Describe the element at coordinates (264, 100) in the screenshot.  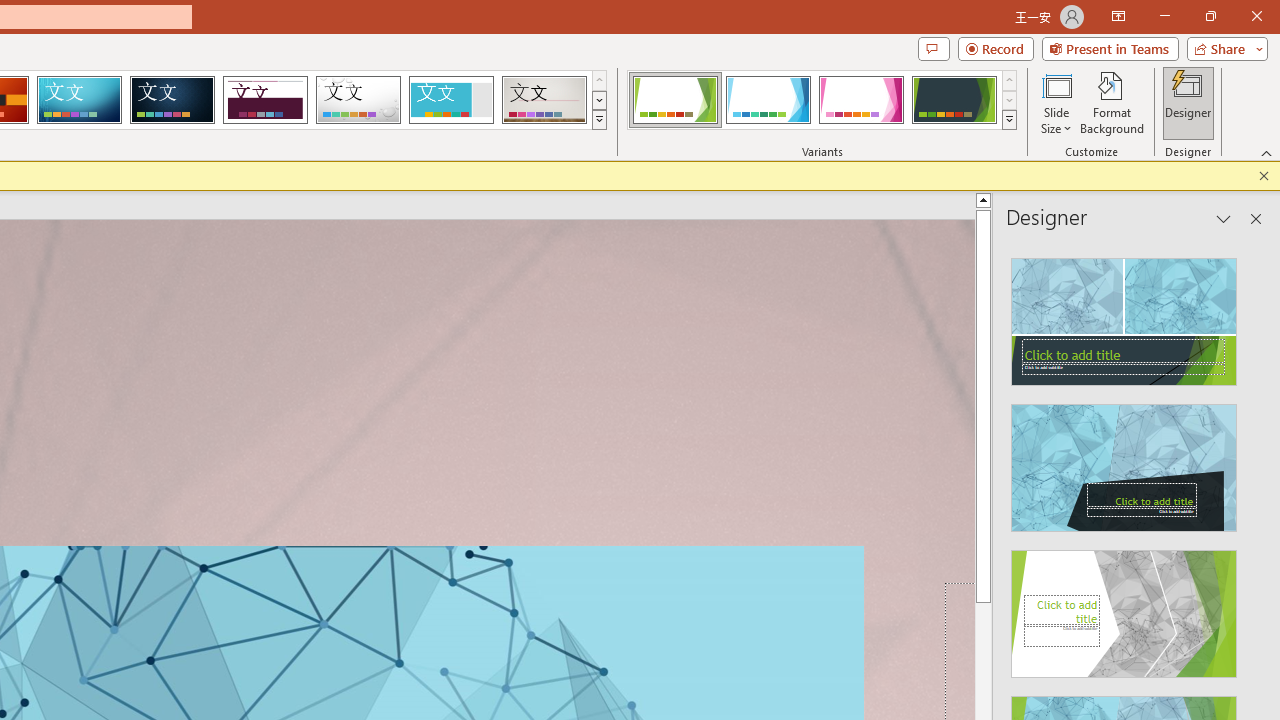
I see `'Dividend'` at that location.